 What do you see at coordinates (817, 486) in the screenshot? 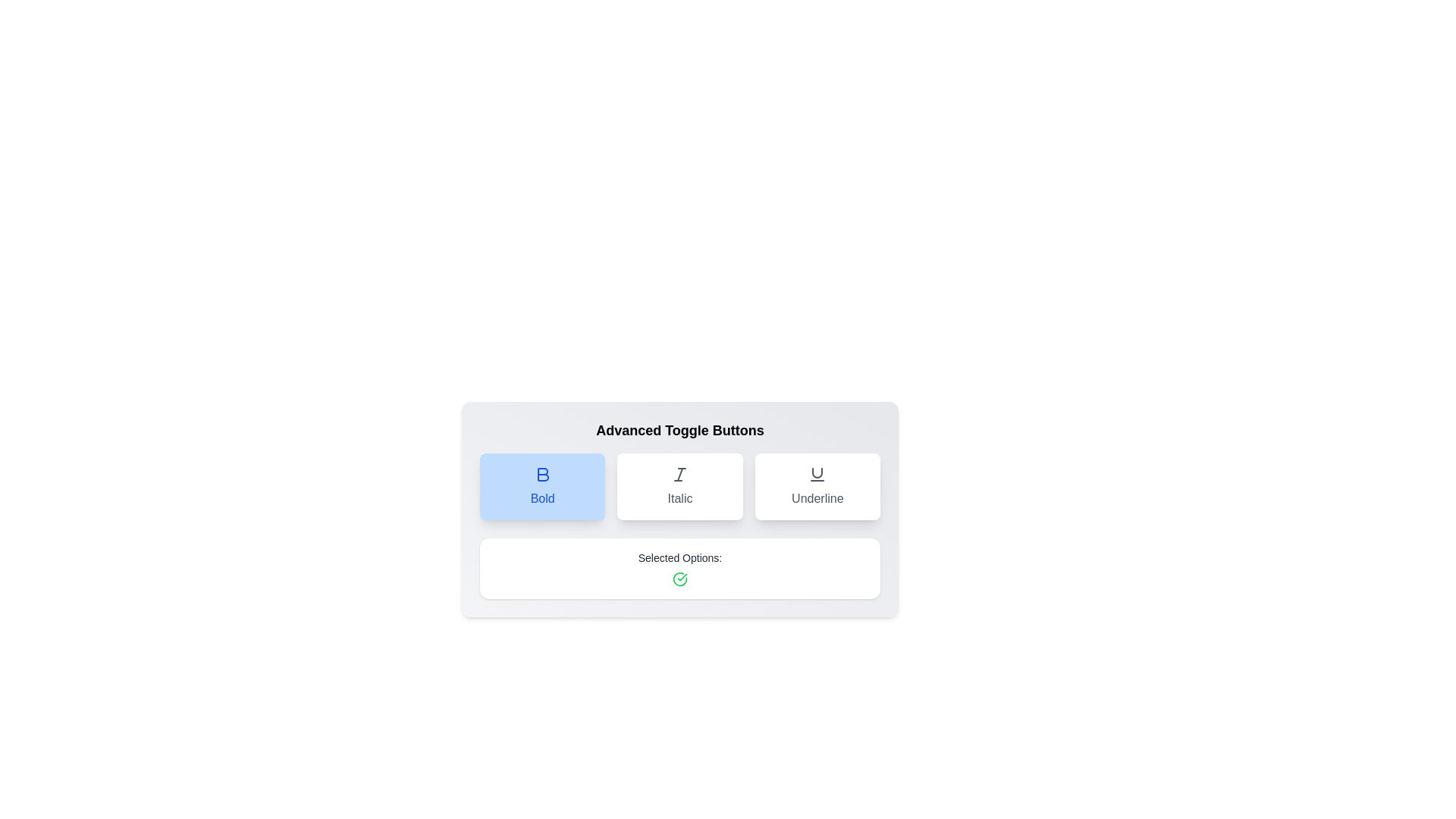
I see `the button labeled Underline to observe the hover effect` at bounding box center [817, 486].